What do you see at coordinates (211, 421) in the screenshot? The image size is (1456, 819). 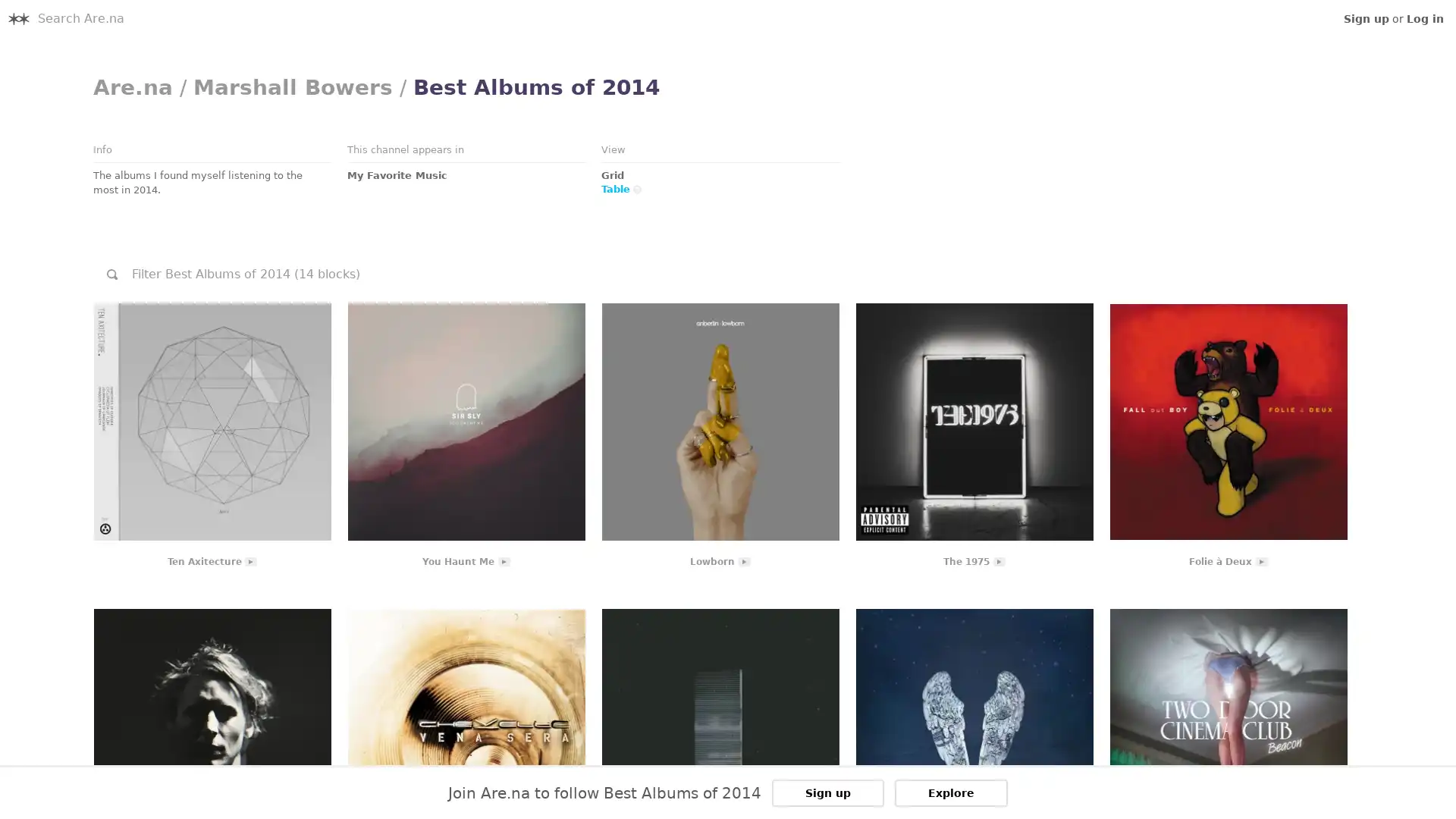 I see `Link to Embed: Ten Axitecture` at bounding box center [211, 421].